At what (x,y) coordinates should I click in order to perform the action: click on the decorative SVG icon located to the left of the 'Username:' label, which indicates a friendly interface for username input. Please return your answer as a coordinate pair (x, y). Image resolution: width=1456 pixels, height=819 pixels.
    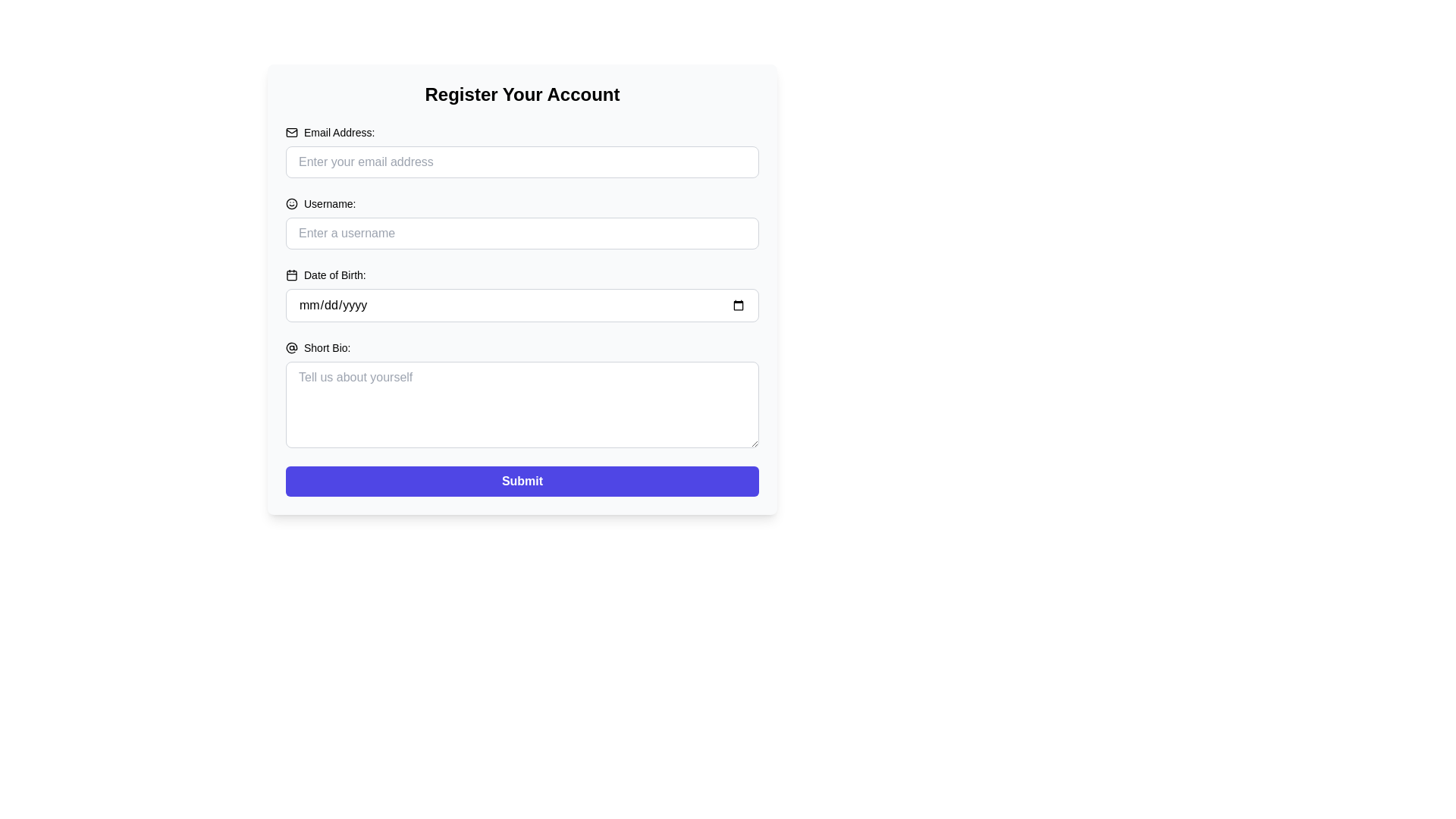
    Looking at the image, I should click on (291, 203).